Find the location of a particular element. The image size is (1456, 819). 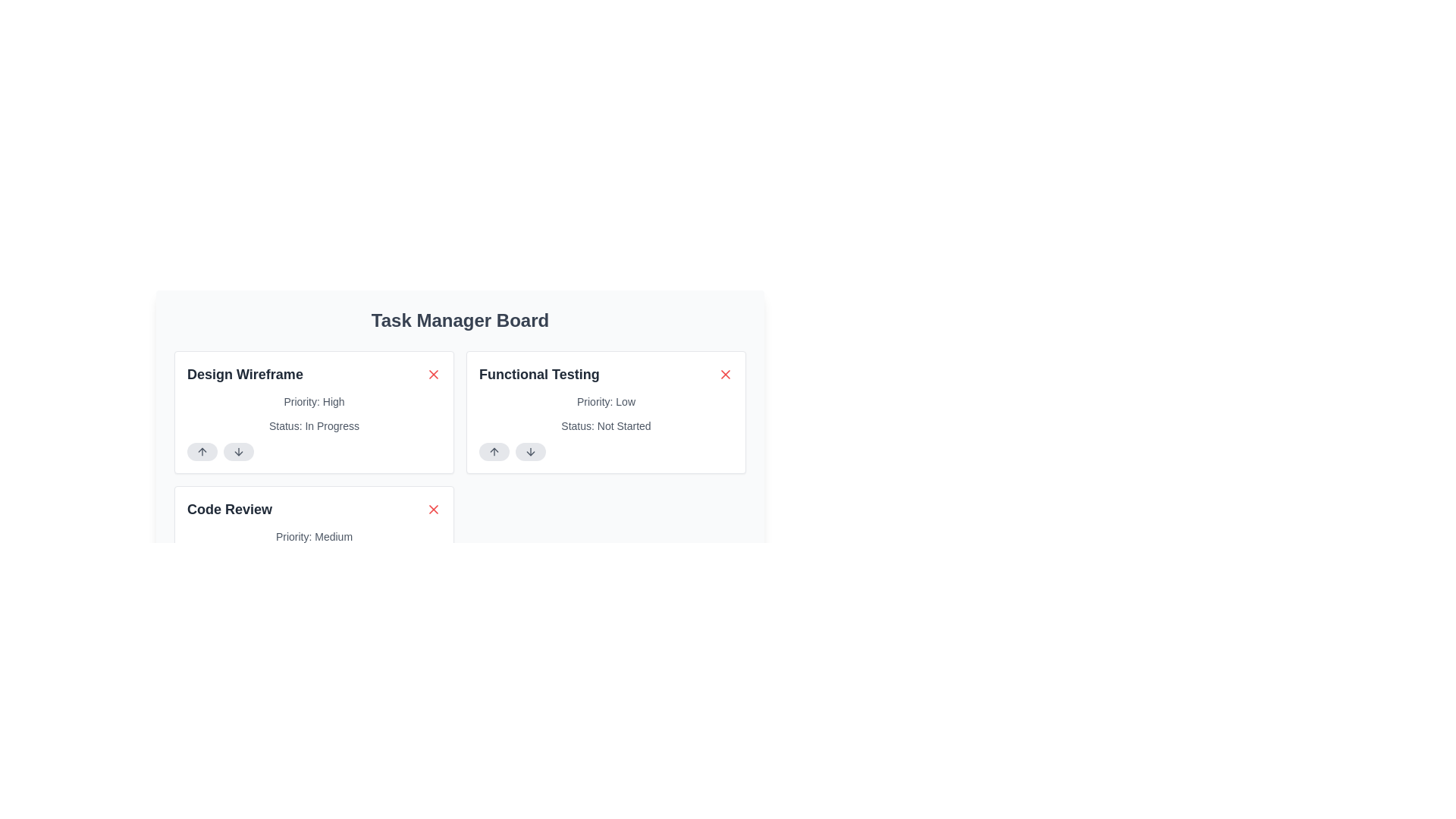

the static text label displaying 'Functional Testing' in bold and larger font size, styled with a grayish-black color, located in the top-right card of the Task Manager Board is located at coordinates (539, 374).